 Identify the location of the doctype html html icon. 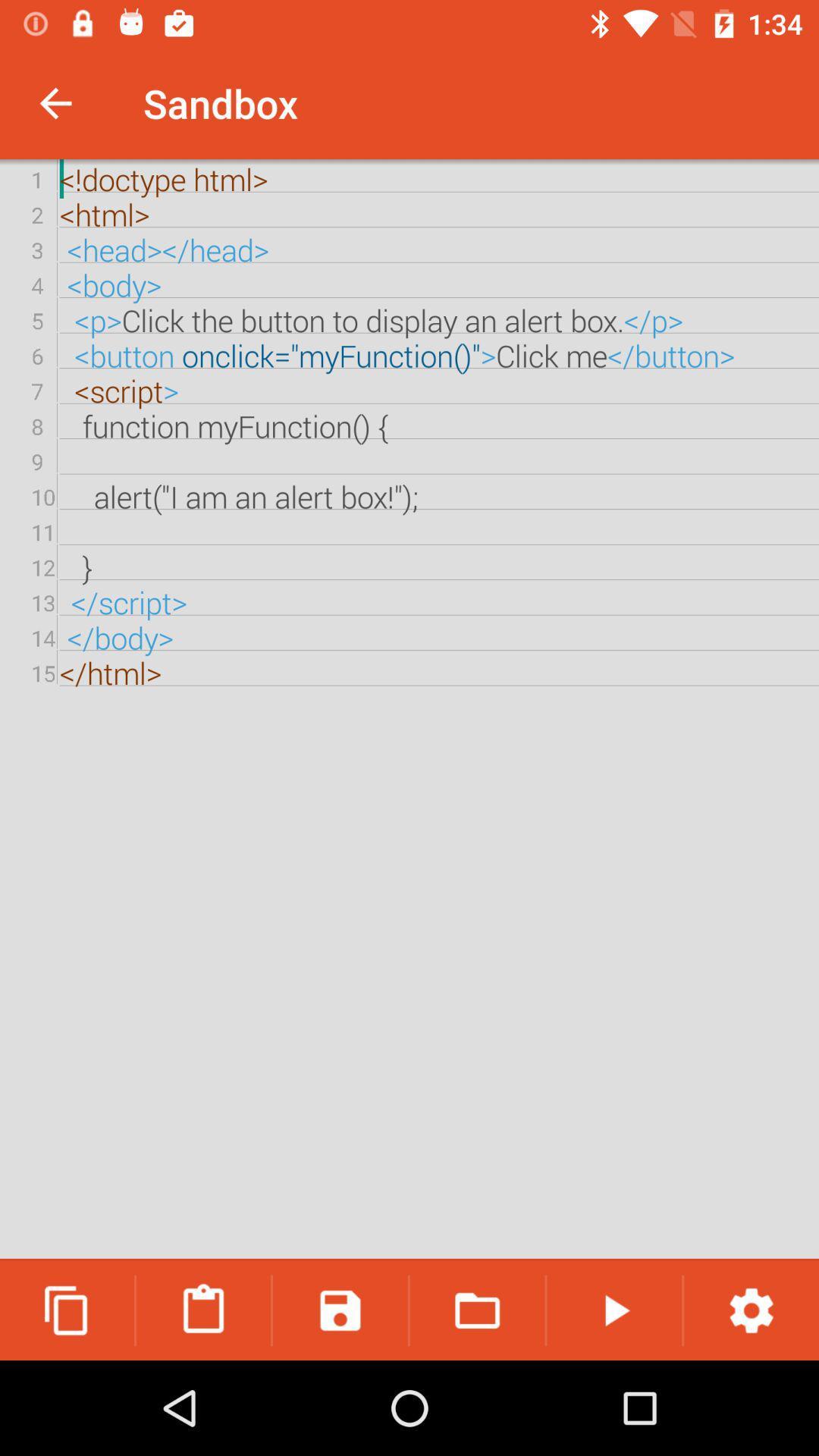
(409, 709).